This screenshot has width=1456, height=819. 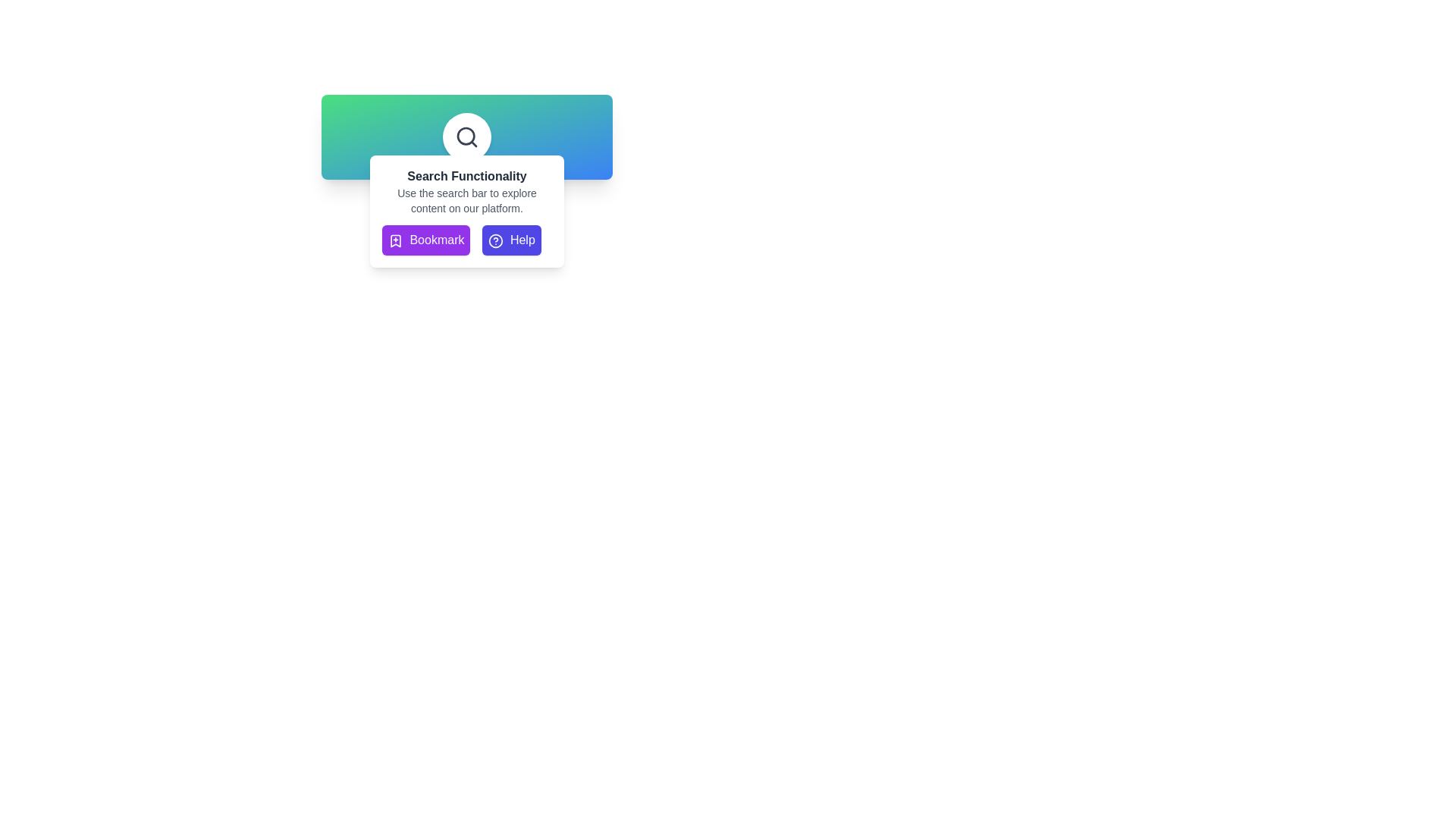 What do you see at coordinates (466, 137) in the screenshot?
I see `the dark gray magnifying glass icon representing the search functionality` at bounding box center [466, 137].